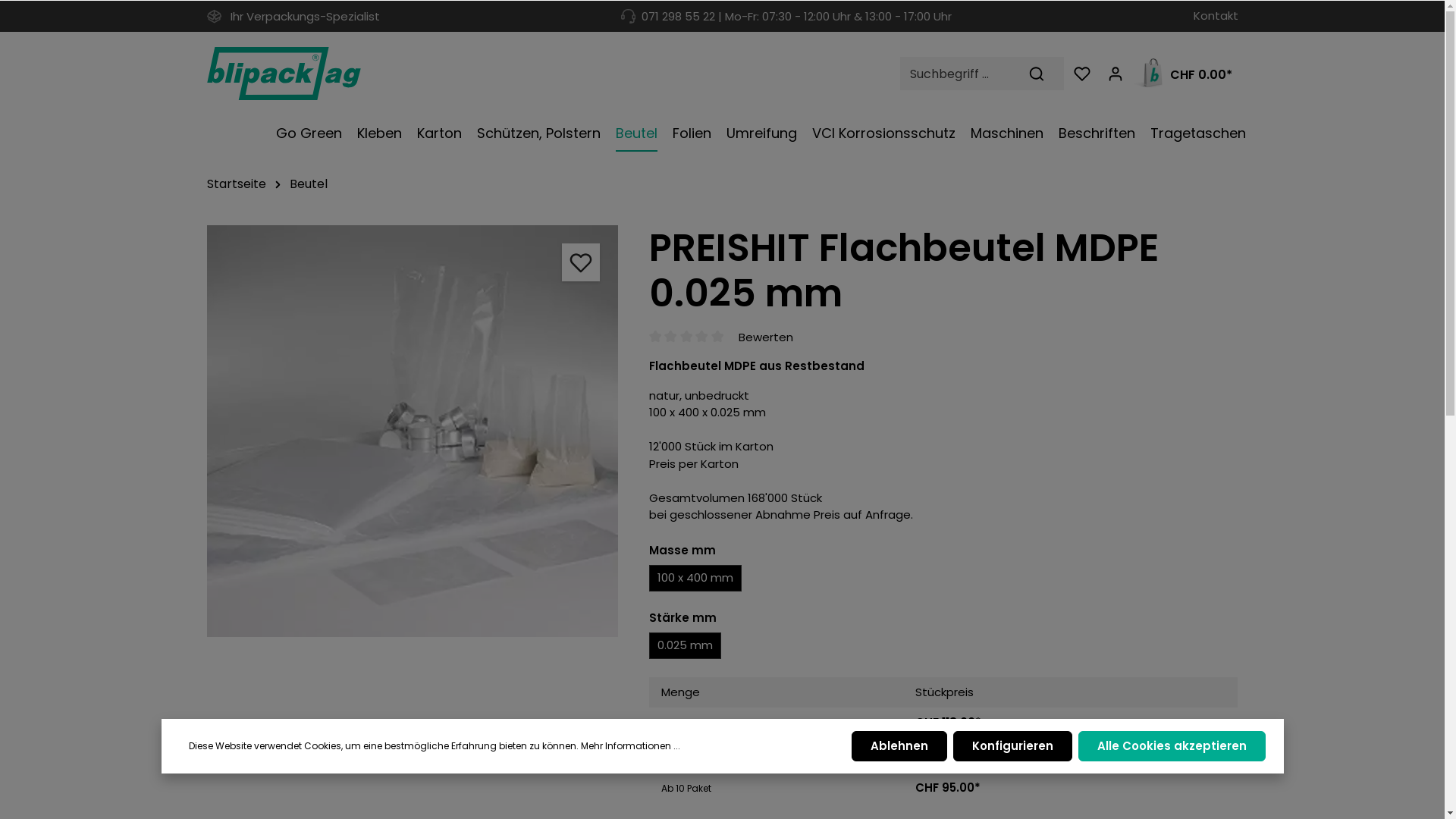  Describe the element at coordinates (883, 133) in the screenshot. I see `'VCI Korrosionsschutz'` at that location.